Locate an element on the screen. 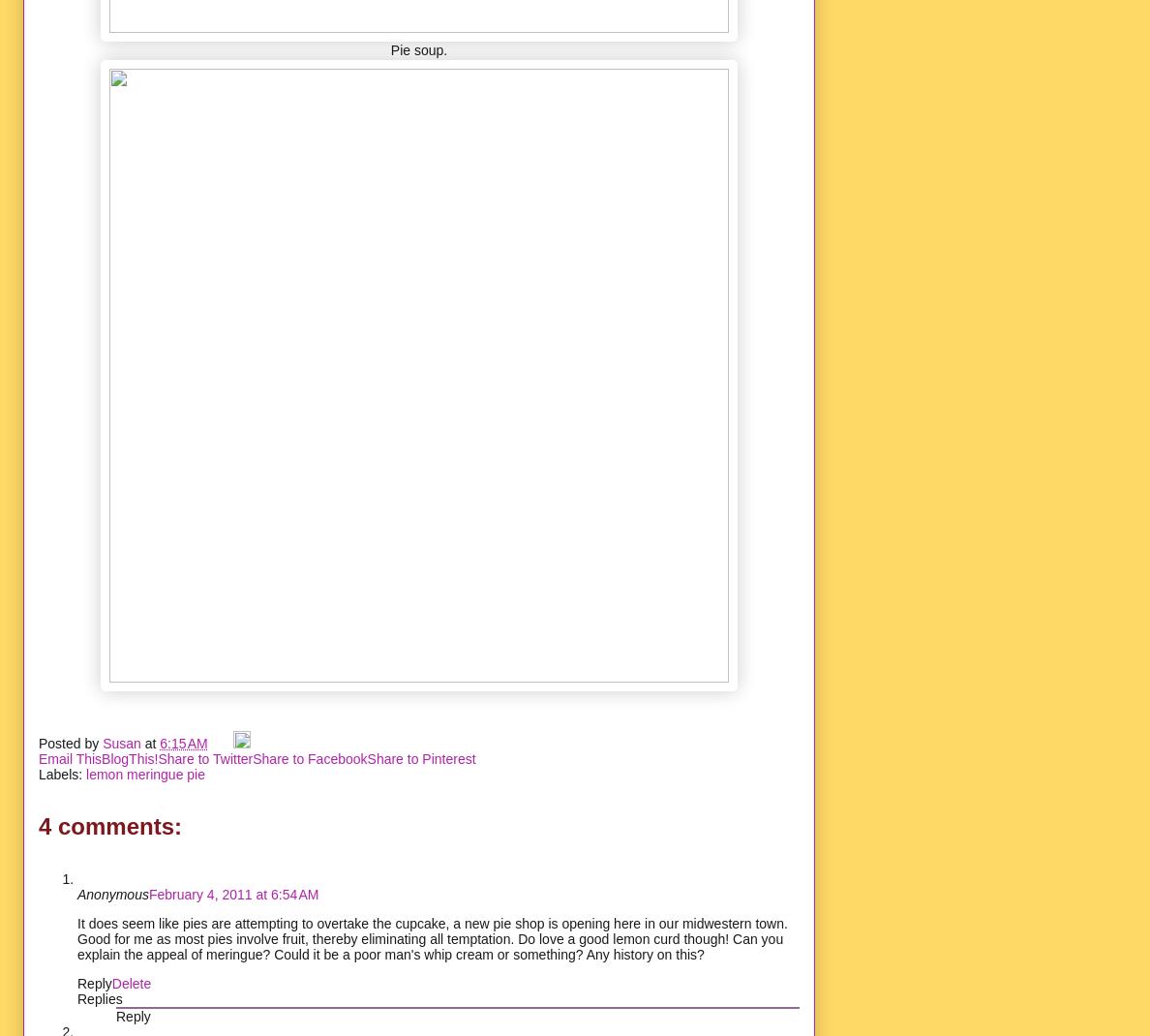 The height and width of the screenshot is (1036, 1150). 'February 4, 2011 at 6:54 AM' is located at coordinates (232, 892).